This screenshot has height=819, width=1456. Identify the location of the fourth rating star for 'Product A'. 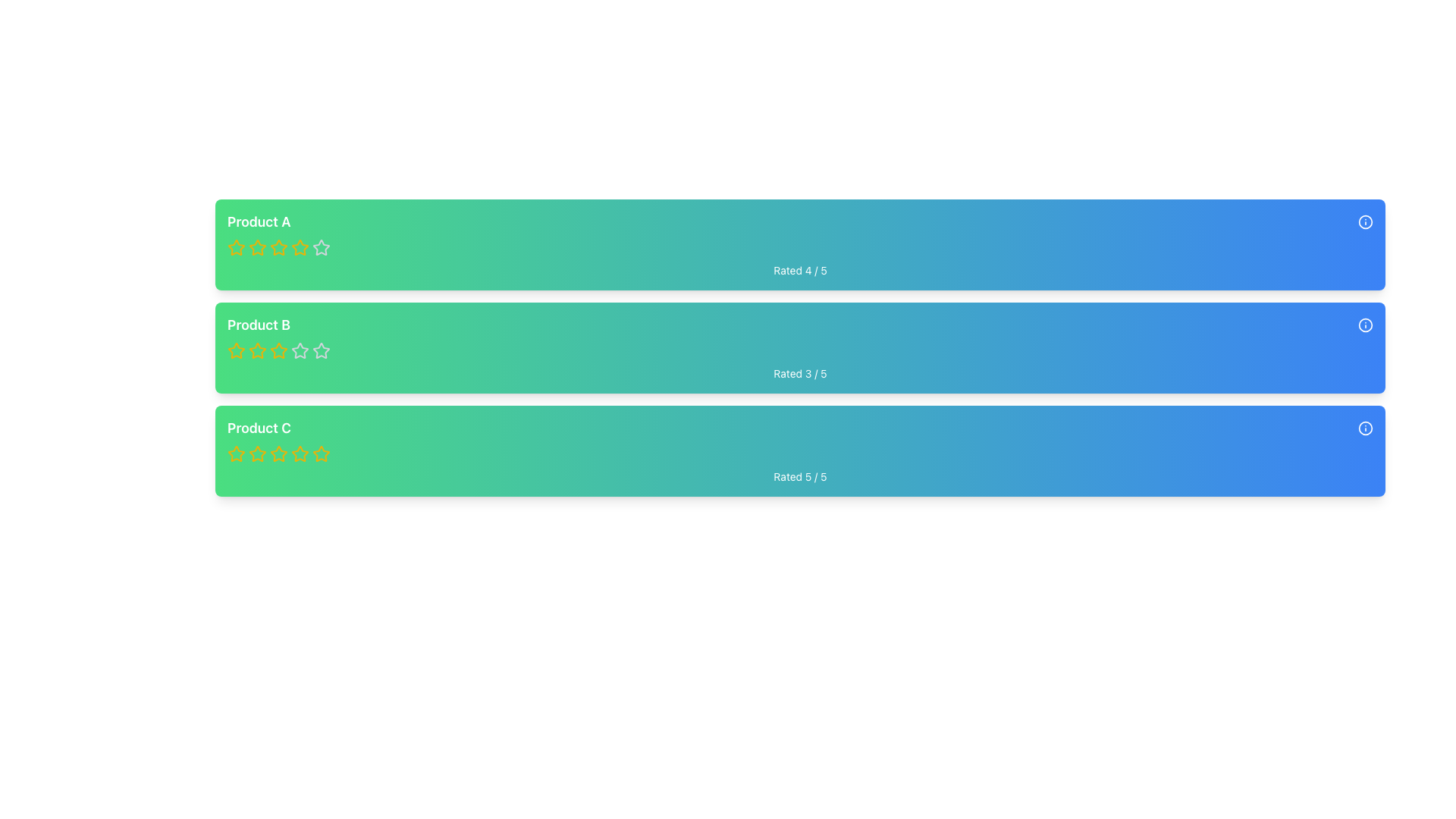
(300, 246).